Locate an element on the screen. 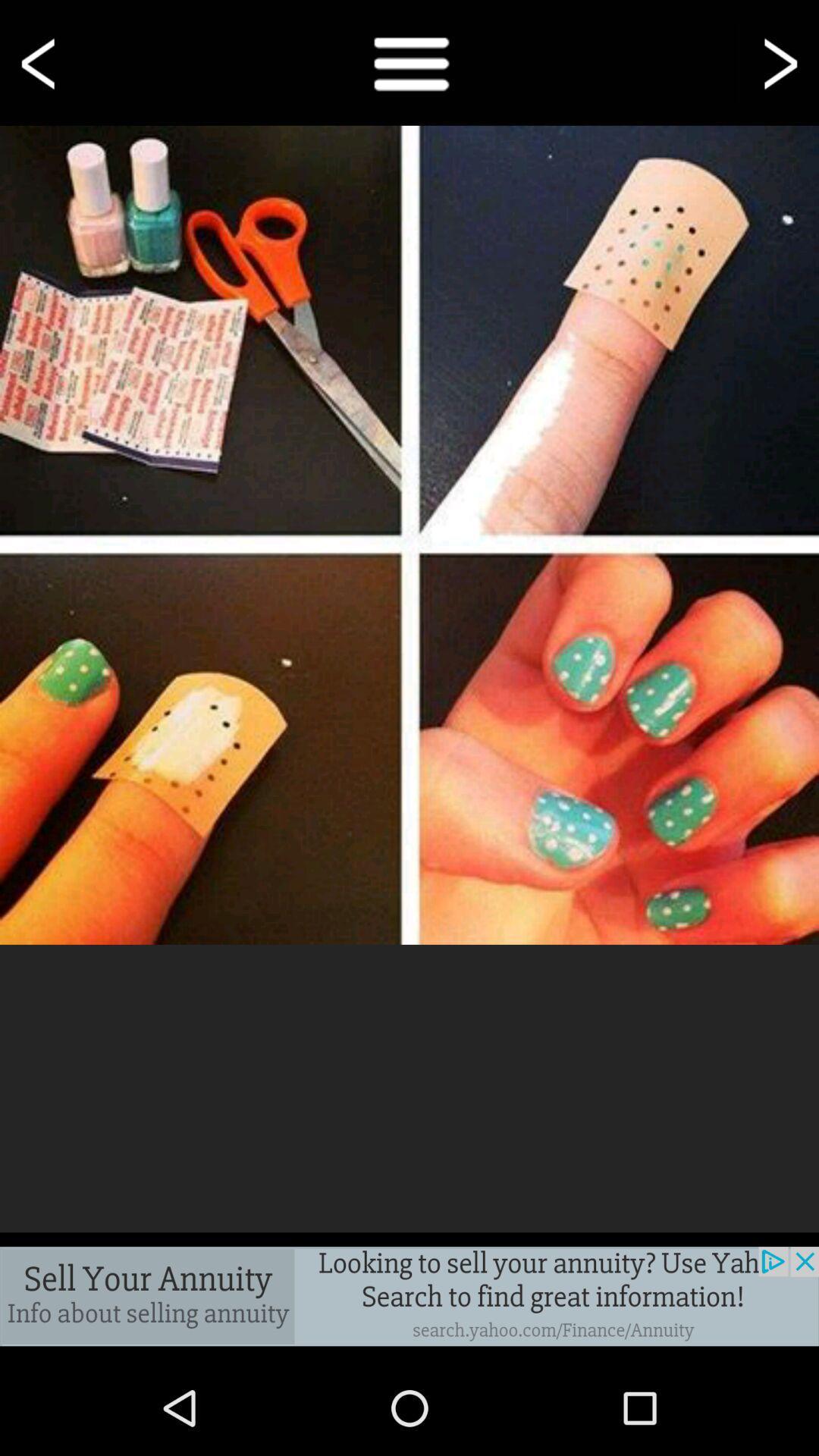  previous page is located at coordinates (40, 61).